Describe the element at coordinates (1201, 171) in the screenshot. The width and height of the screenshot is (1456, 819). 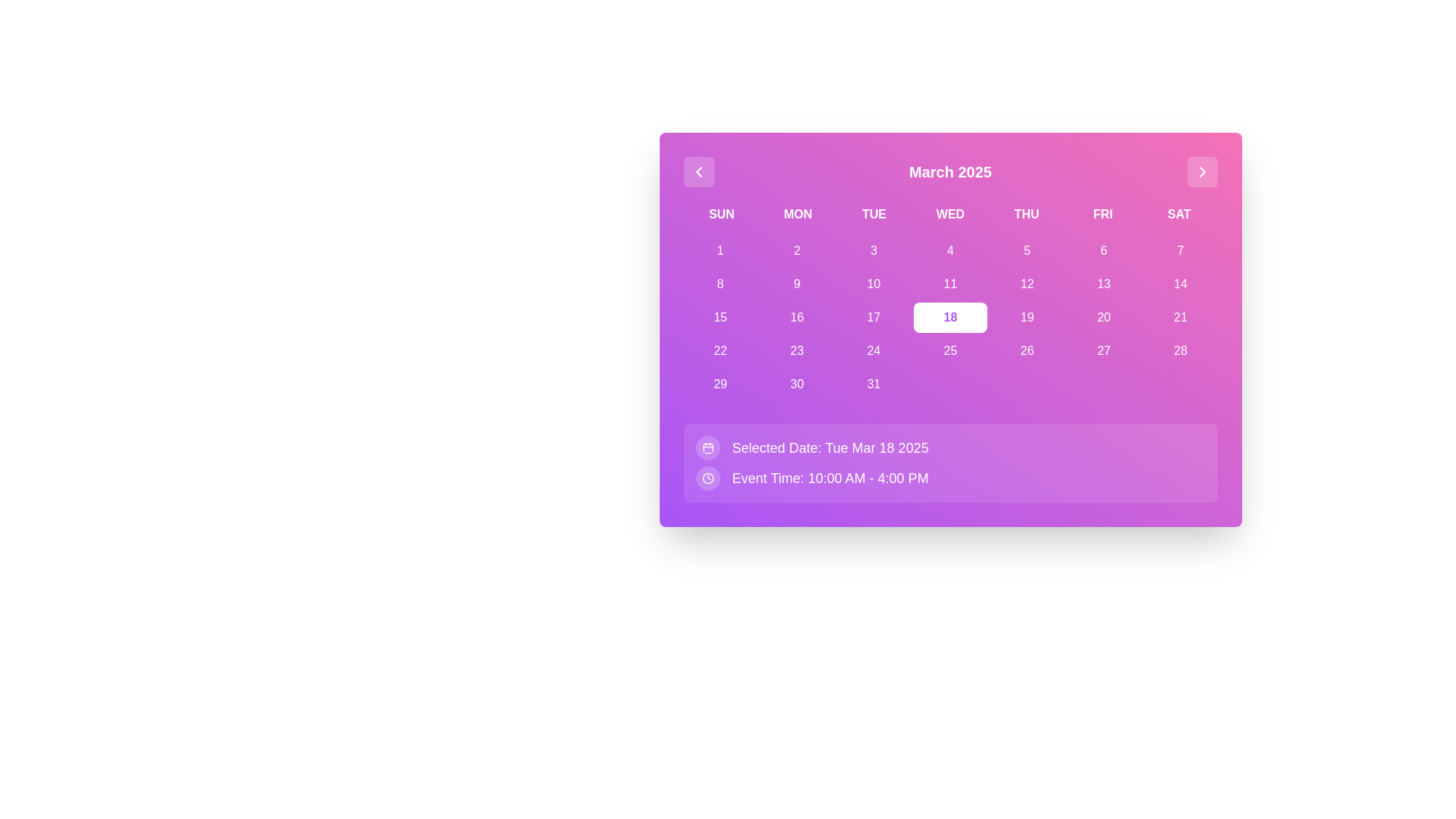
I see `the navigation button with a right-arrow icon to advance to the next month in the calendar interface` at that location.